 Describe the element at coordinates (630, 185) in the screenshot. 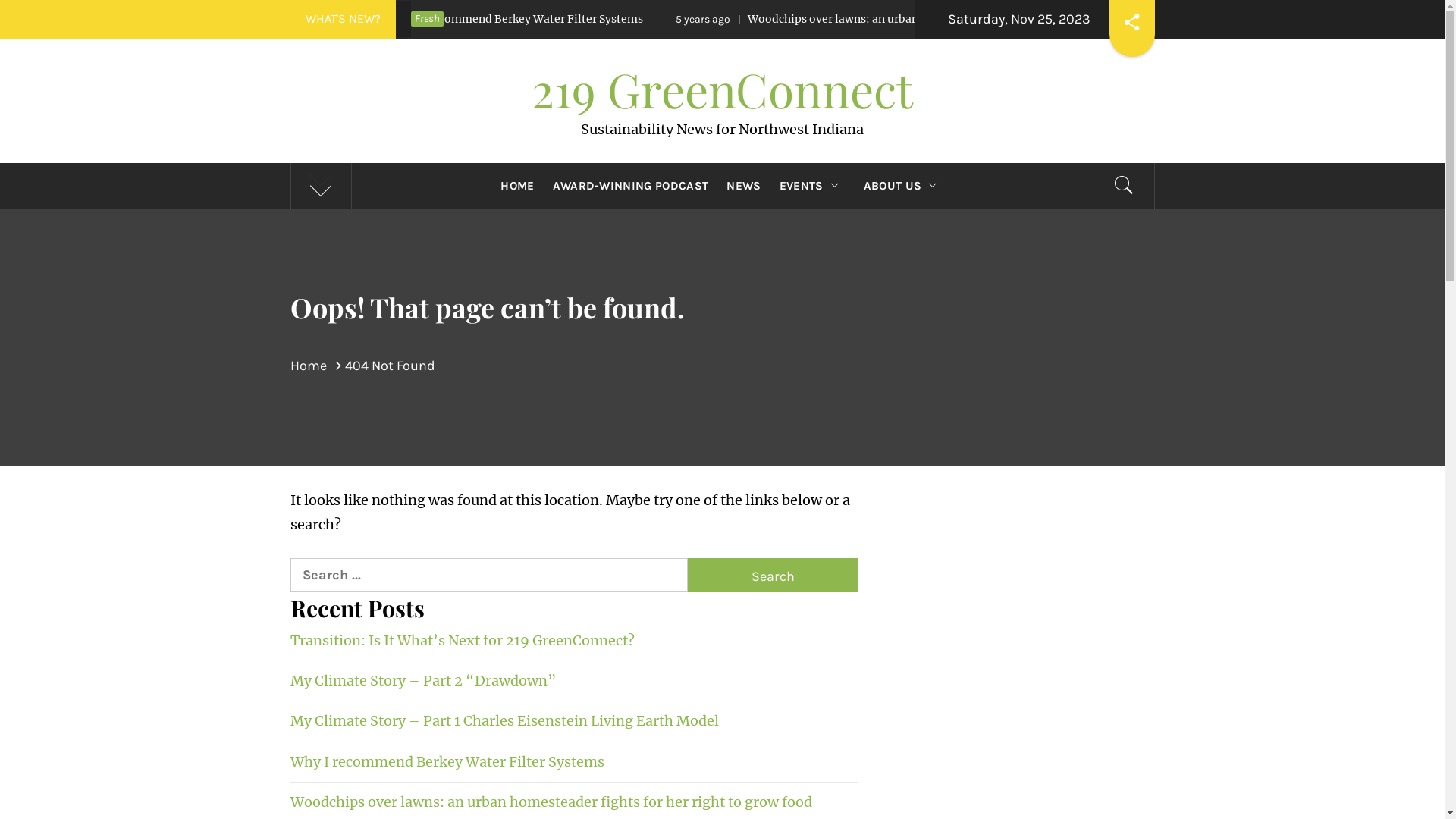

I see `'AWARD-WINNING PODCAST'` at that location.